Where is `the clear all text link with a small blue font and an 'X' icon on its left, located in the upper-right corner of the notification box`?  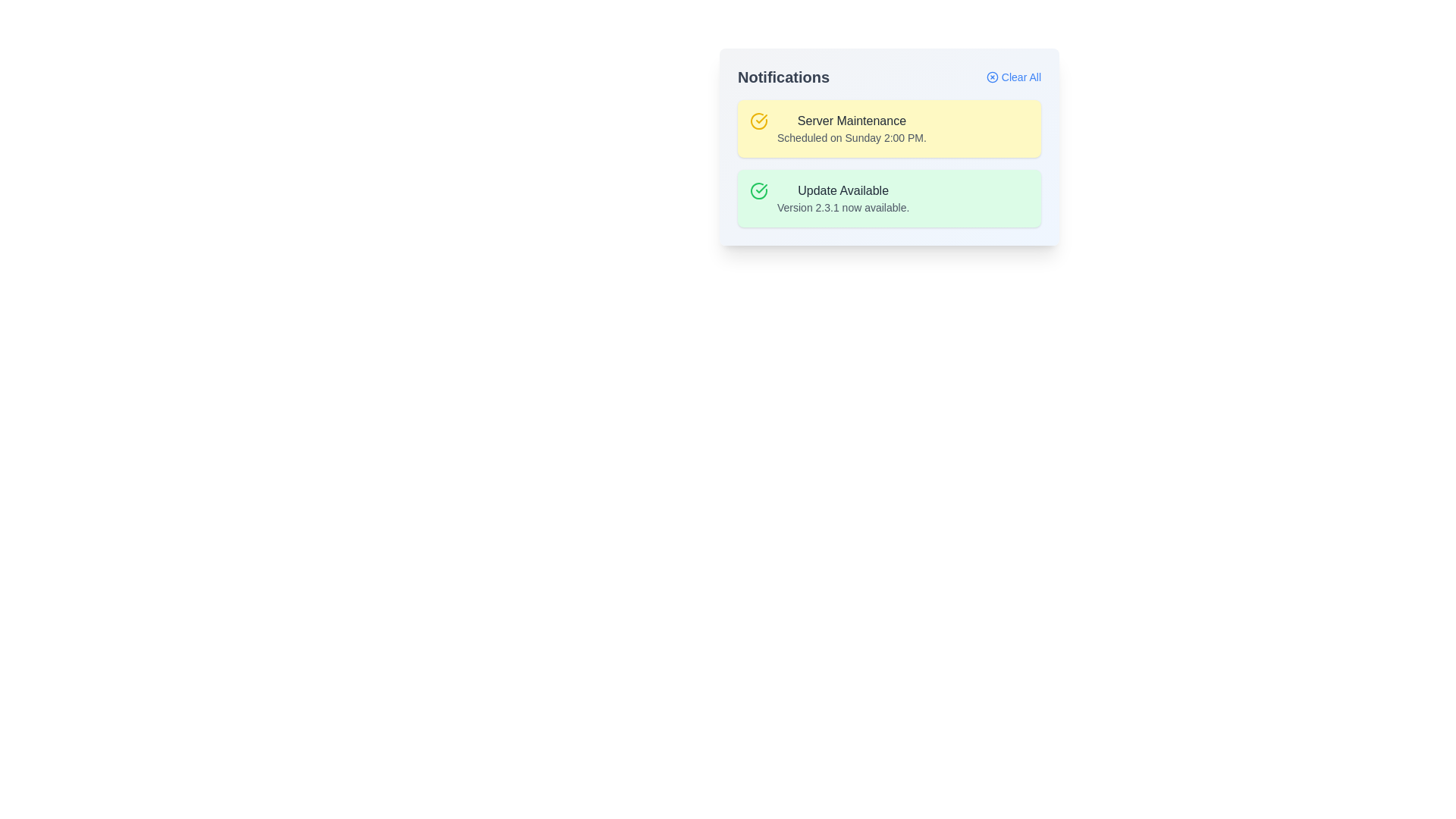 the clear all text link with a small blue font and an 'X' icon on its left, located in the upper-right corner of the notification box is located at coordinates (1012, 77).